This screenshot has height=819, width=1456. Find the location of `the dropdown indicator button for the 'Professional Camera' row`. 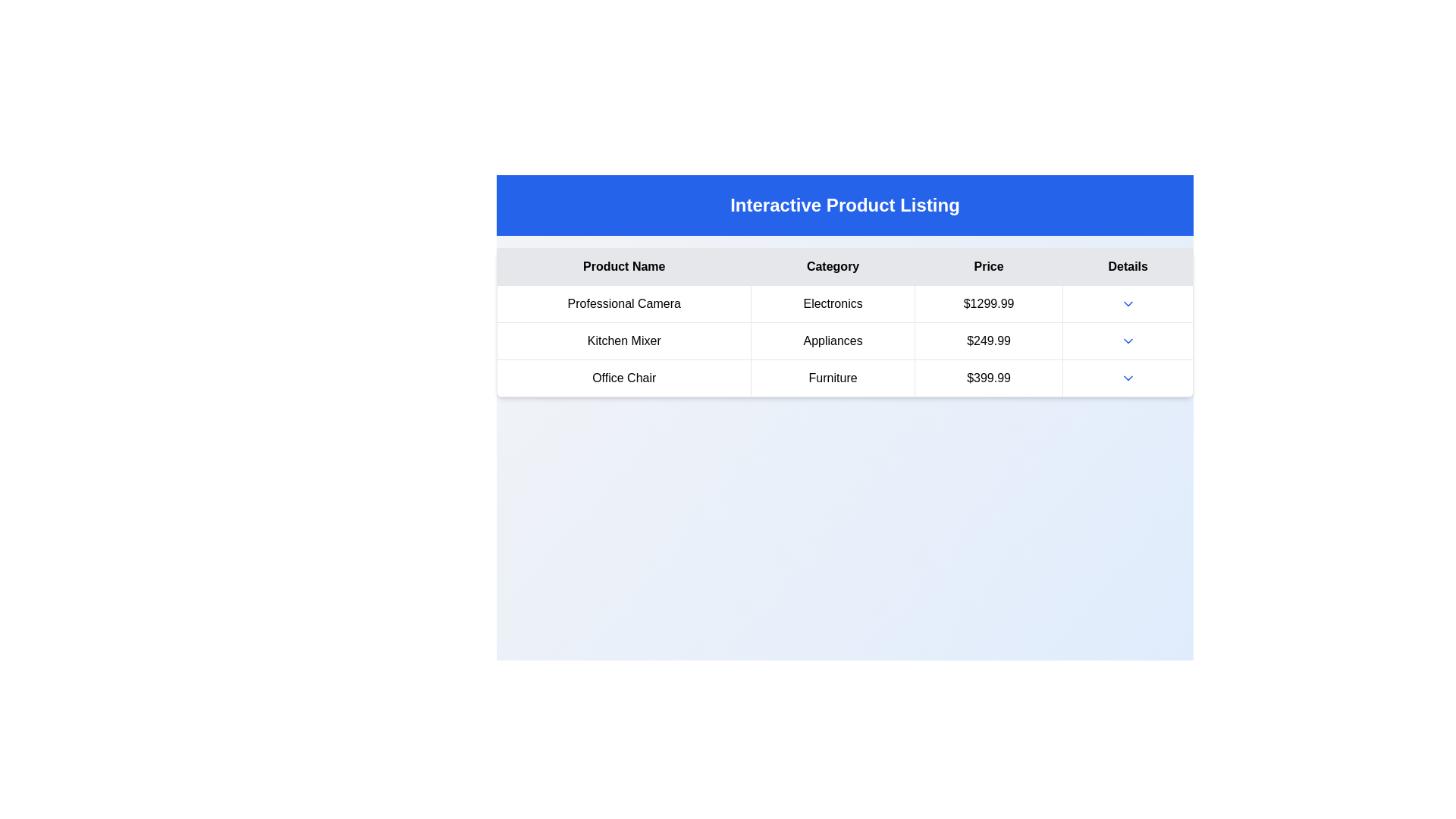

the dropdown indicator button for the 'Professional Camera' row is located at coordinates (1128, 304).